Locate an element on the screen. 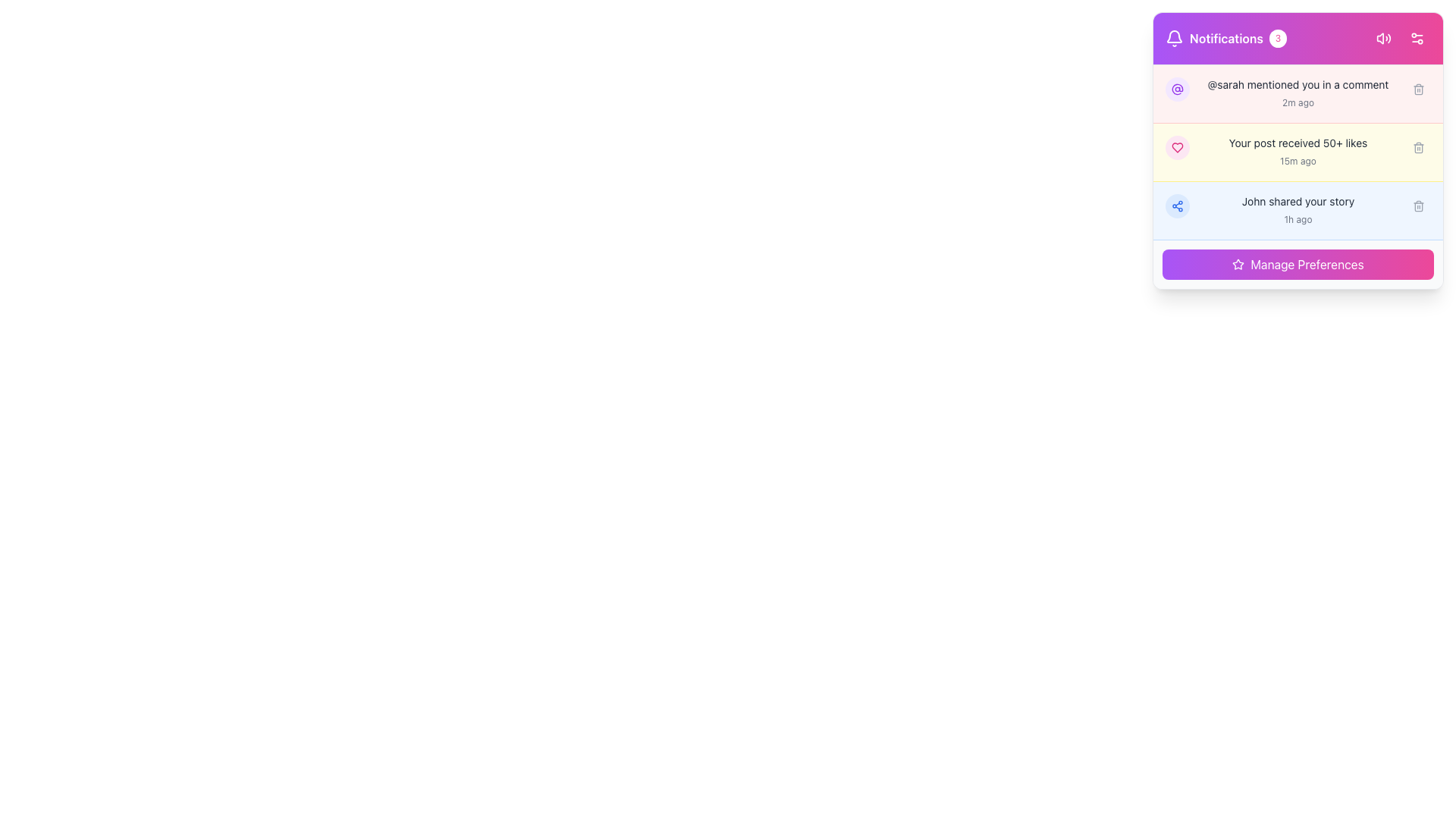 The height and width of the screenshot is (819, 1456). the settings icon located at the top-right corner of the notification panel within the rounded pink button labeled 'Notification settings' is located at coordinates (1416, 37).